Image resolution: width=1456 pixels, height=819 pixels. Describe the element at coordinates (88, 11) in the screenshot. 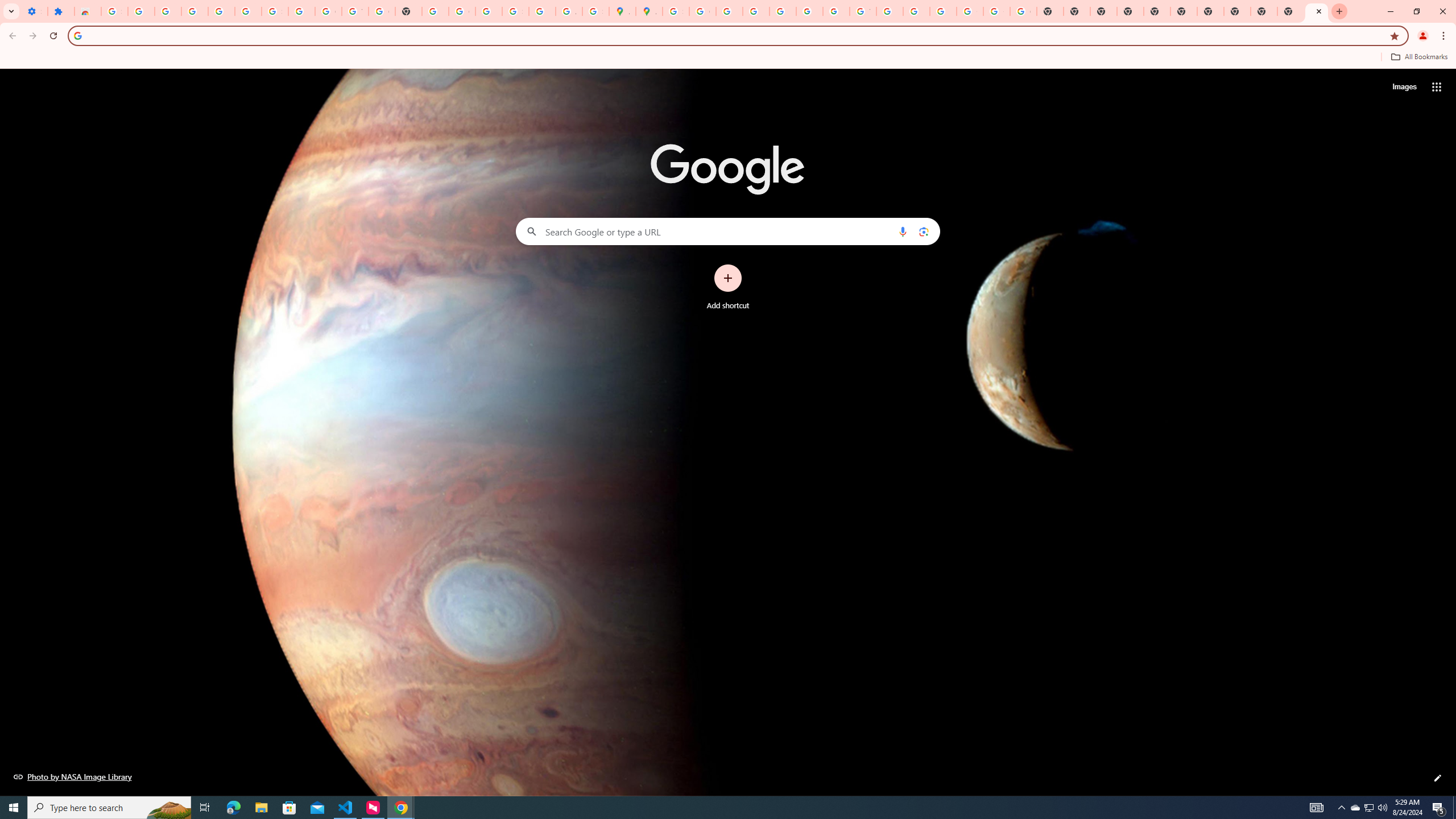

I see `'Reviews: Helix Fruit Jump Arcade Game'` at that location.